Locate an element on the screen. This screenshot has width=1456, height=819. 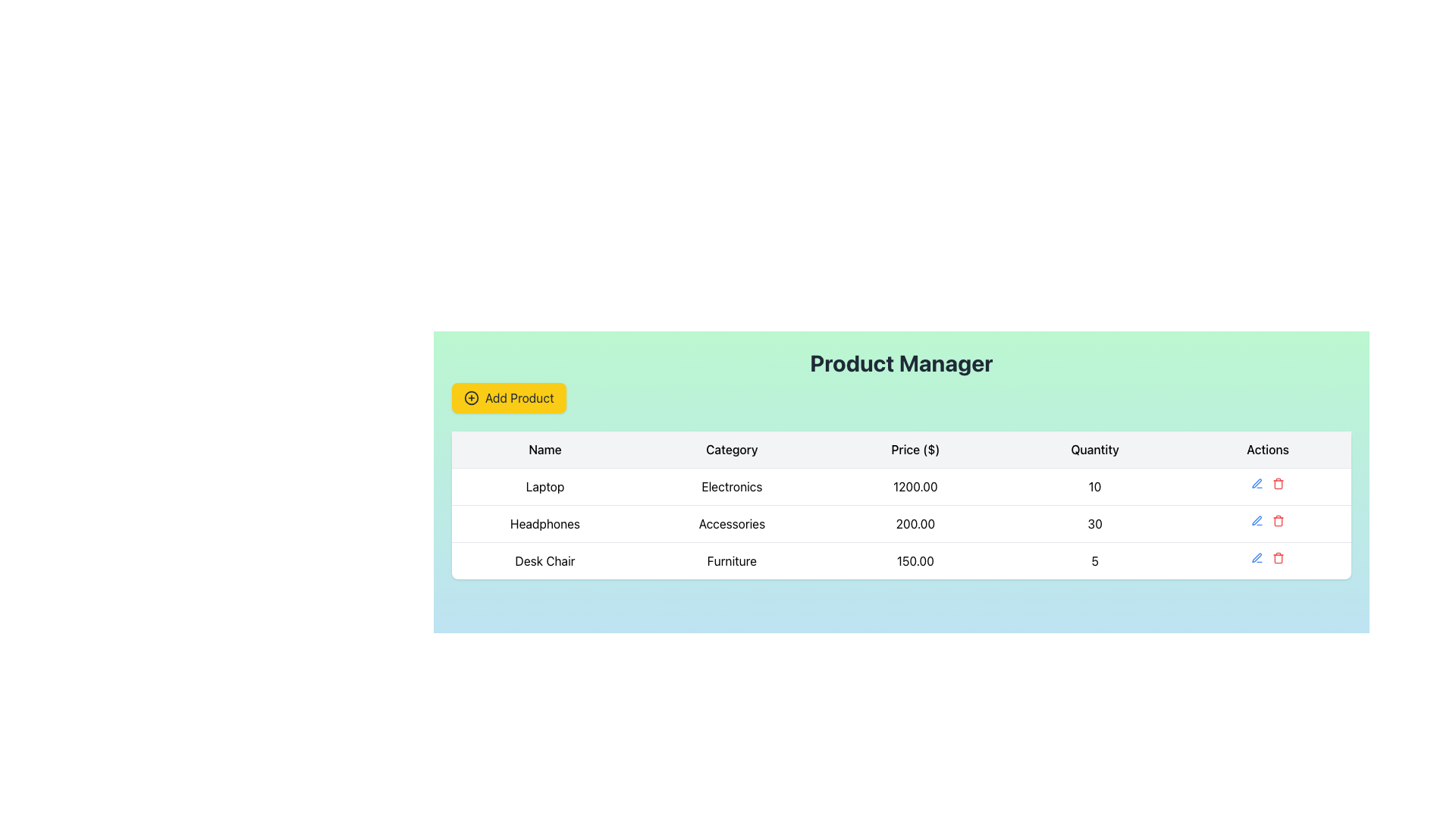
the Icon button in the Actions column of the second row to observe the color change is located at coordinates (1257, 483).